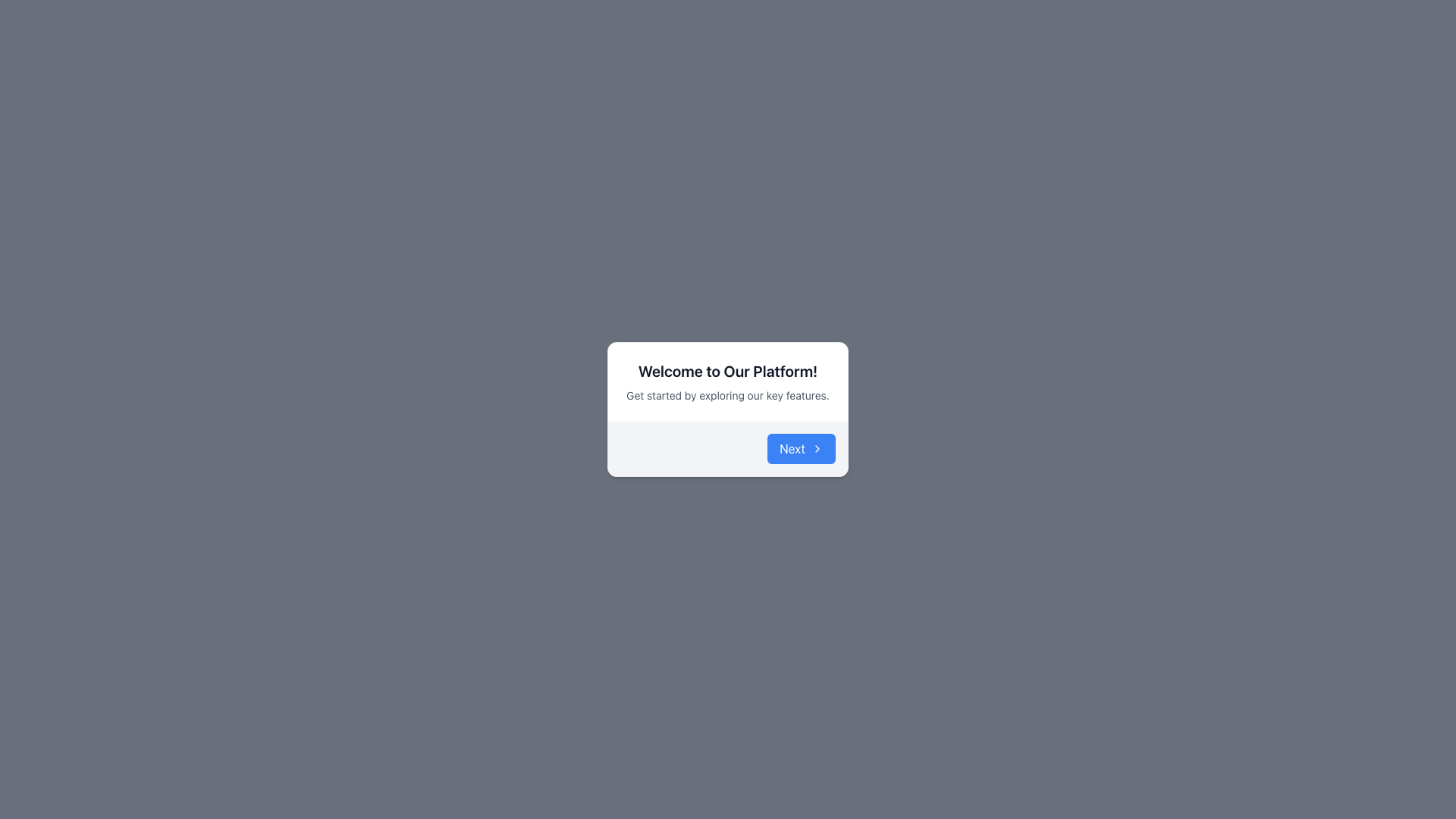  What do you see at coordinates (800, 447) in the screenshot?
I see `the 'Next' button with a blue background and white text located at the bottom right corner of the modal dialog box to proceed` at bounding box center [800, 447].